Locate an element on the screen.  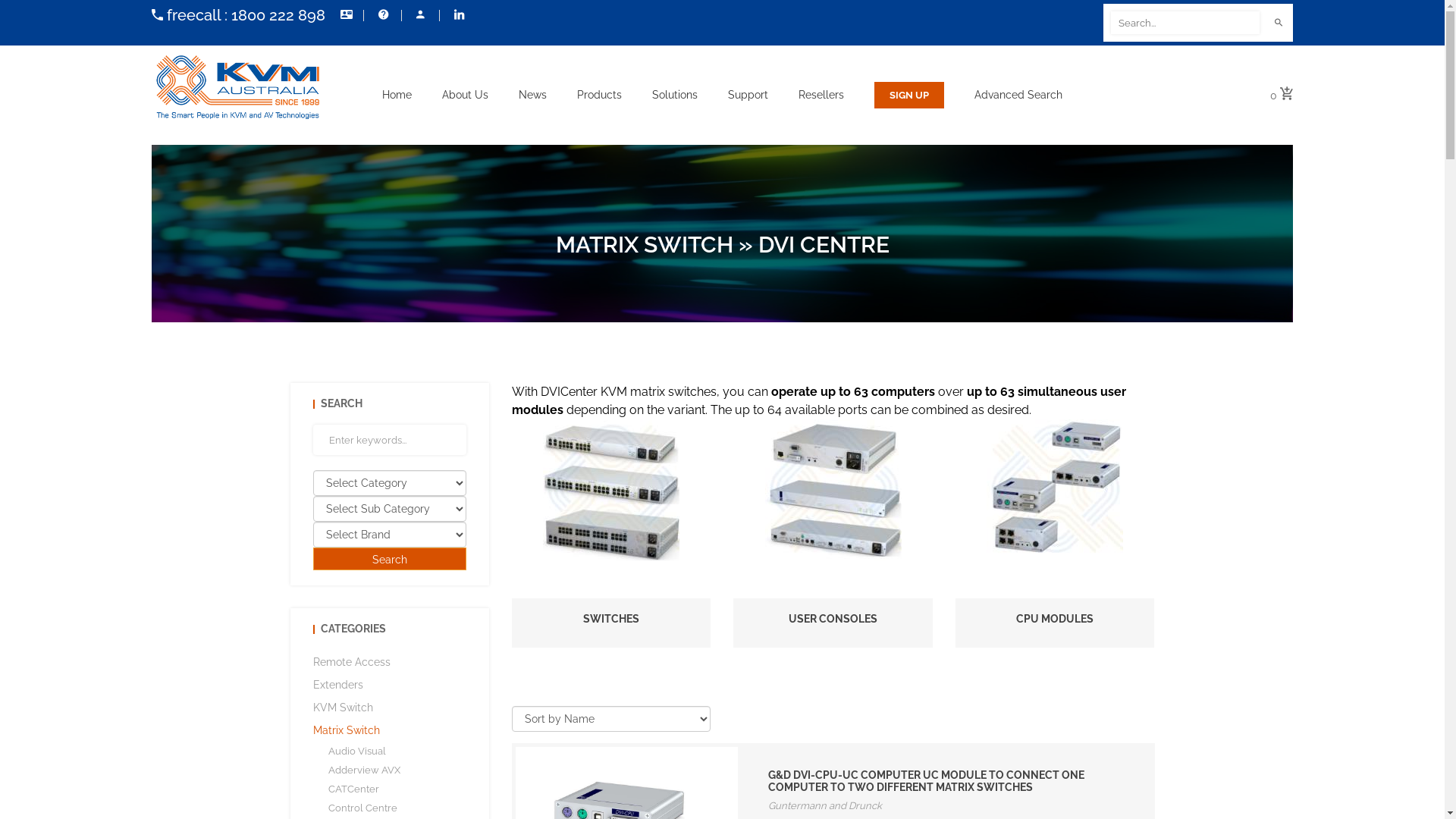
'0' is located at coordinates (1280, 96).